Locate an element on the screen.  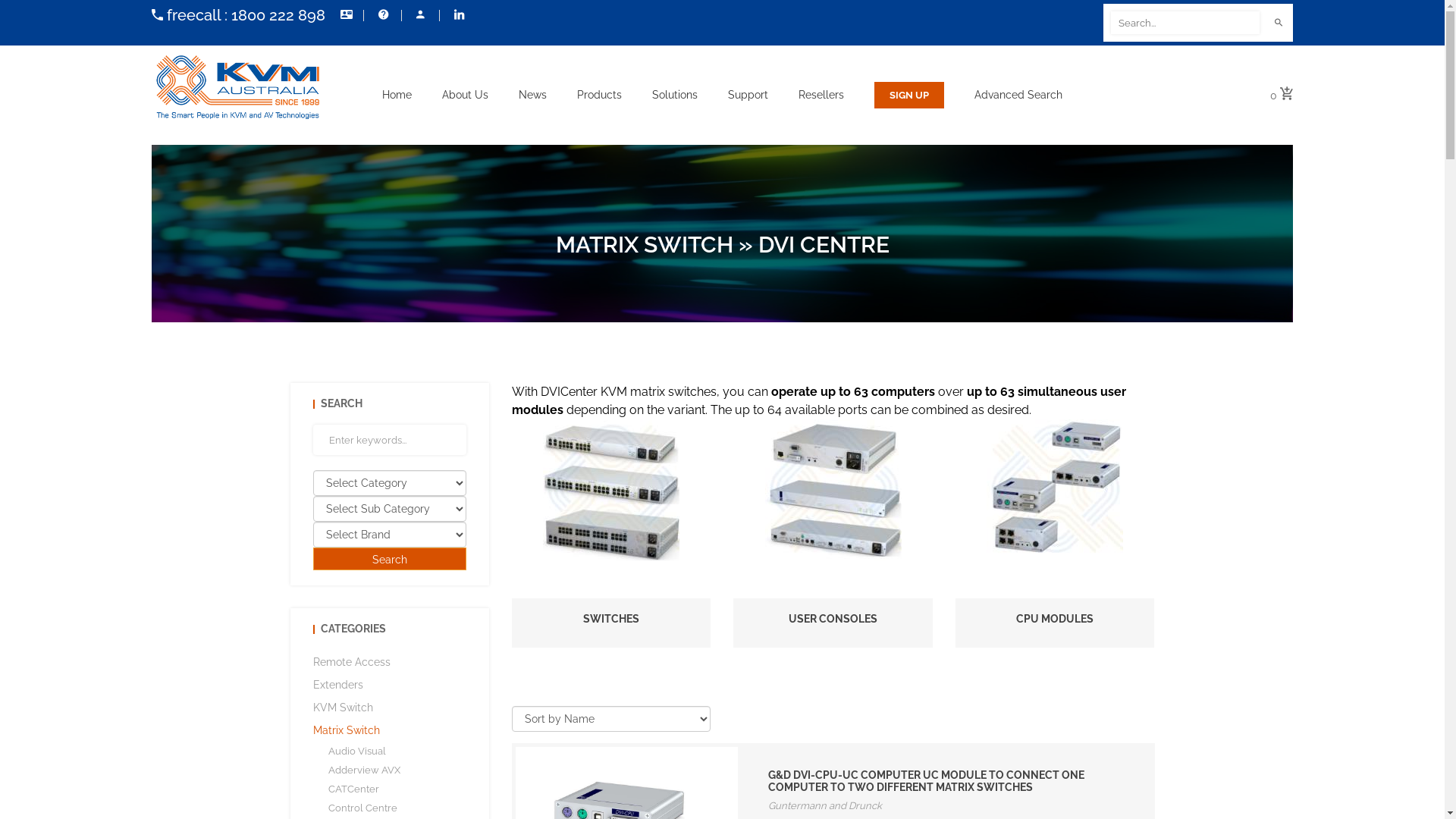
'0' is located at coordinates (1280, 96).